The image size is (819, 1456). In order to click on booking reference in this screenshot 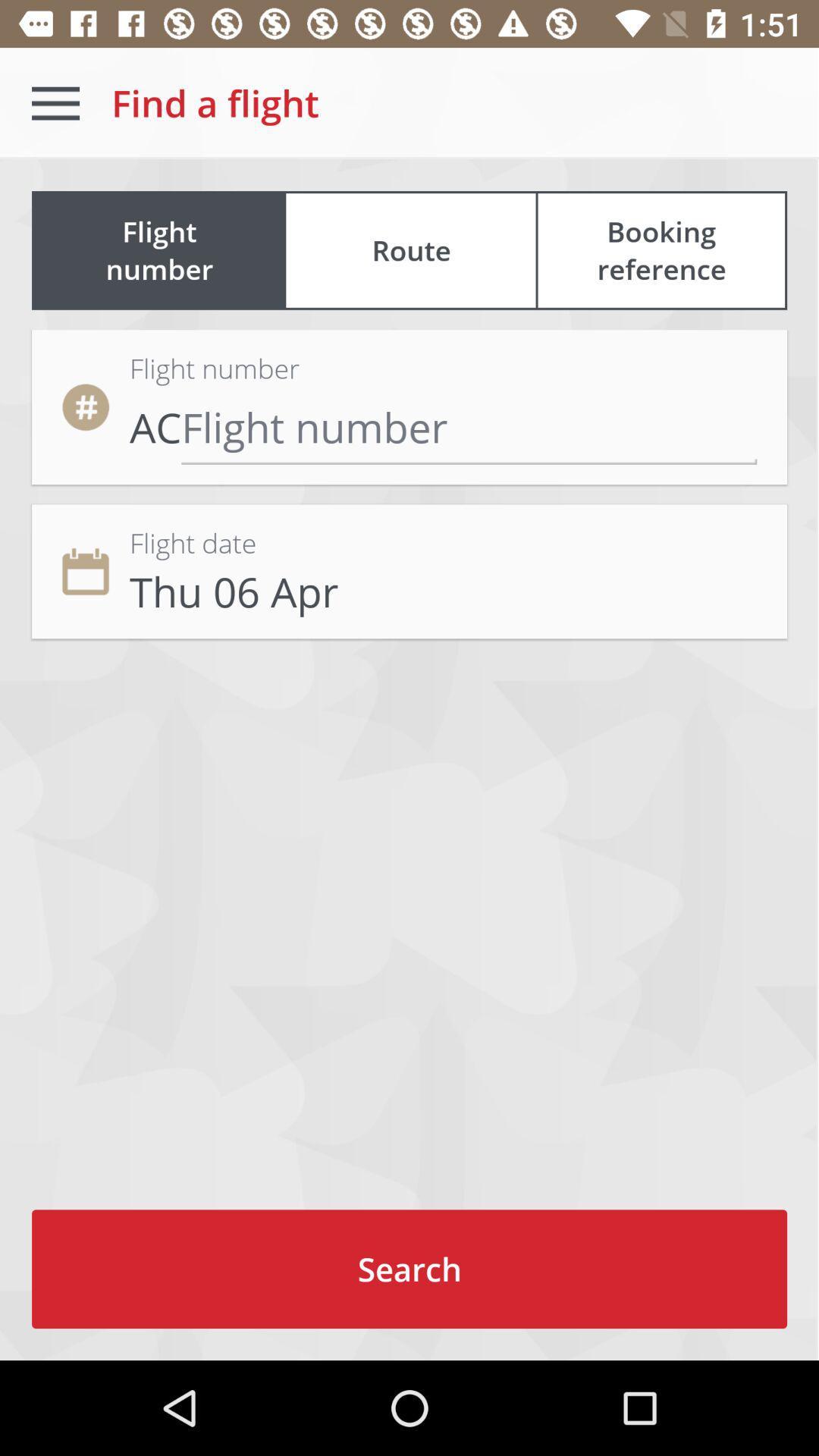, I will do `click(661, 250)`.